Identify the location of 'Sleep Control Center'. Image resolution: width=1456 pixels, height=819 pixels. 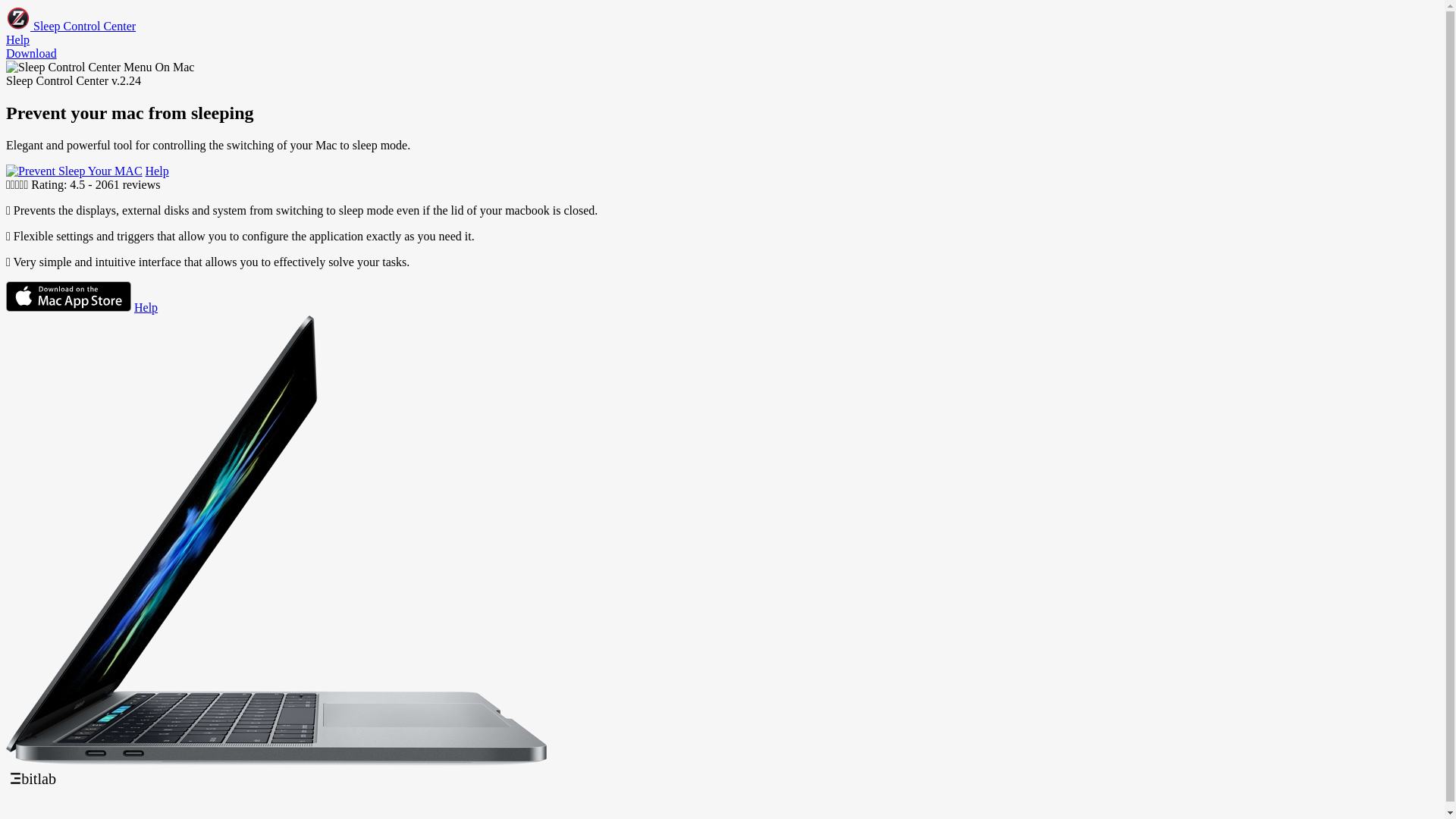
(70, 26).